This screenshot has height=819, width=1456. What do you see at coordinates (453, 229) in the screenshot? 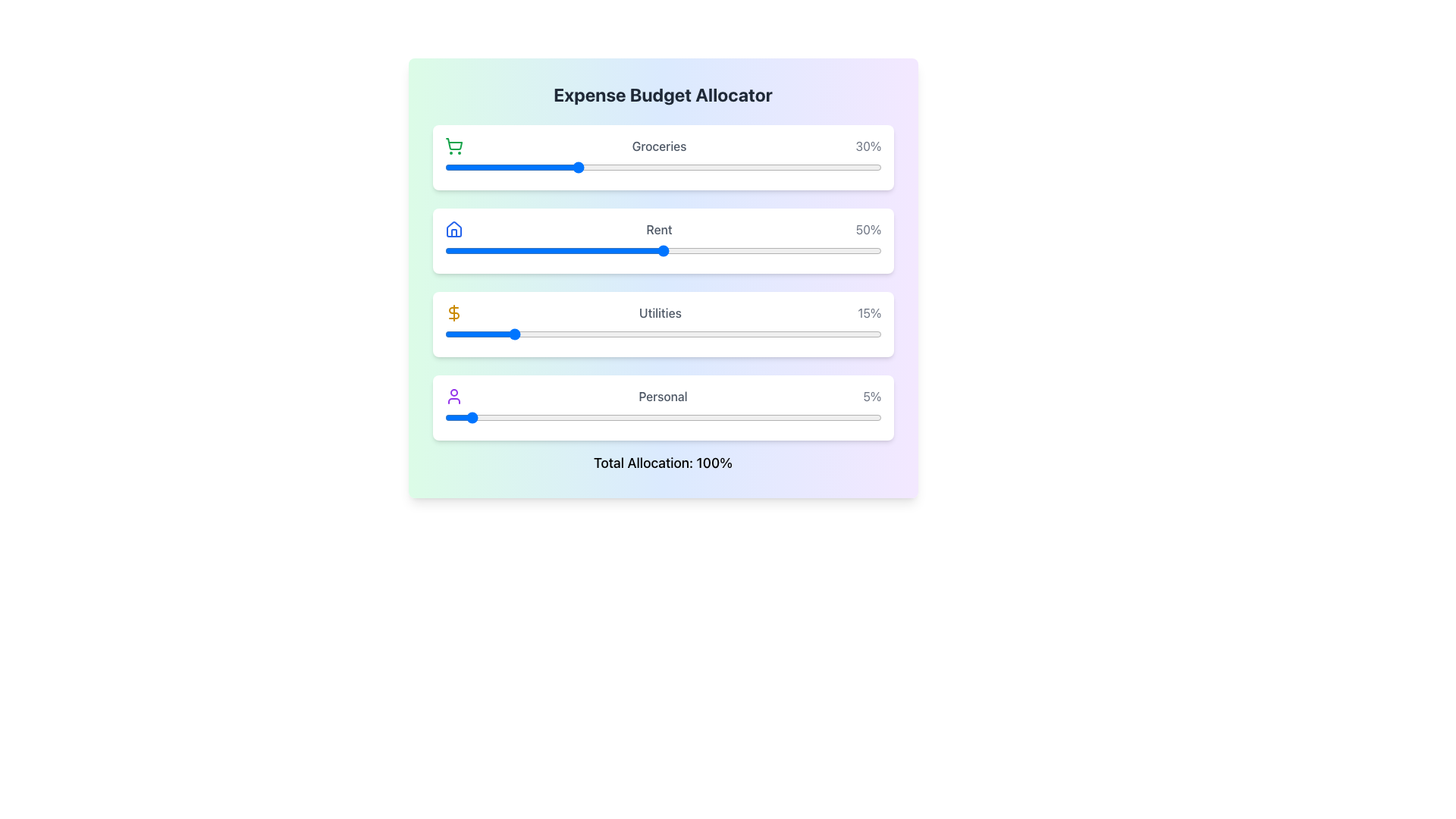
I see `the roof section of the house icon representing the 'Rent' category, located in the second row group from the top` at bounding box center [453, 229].